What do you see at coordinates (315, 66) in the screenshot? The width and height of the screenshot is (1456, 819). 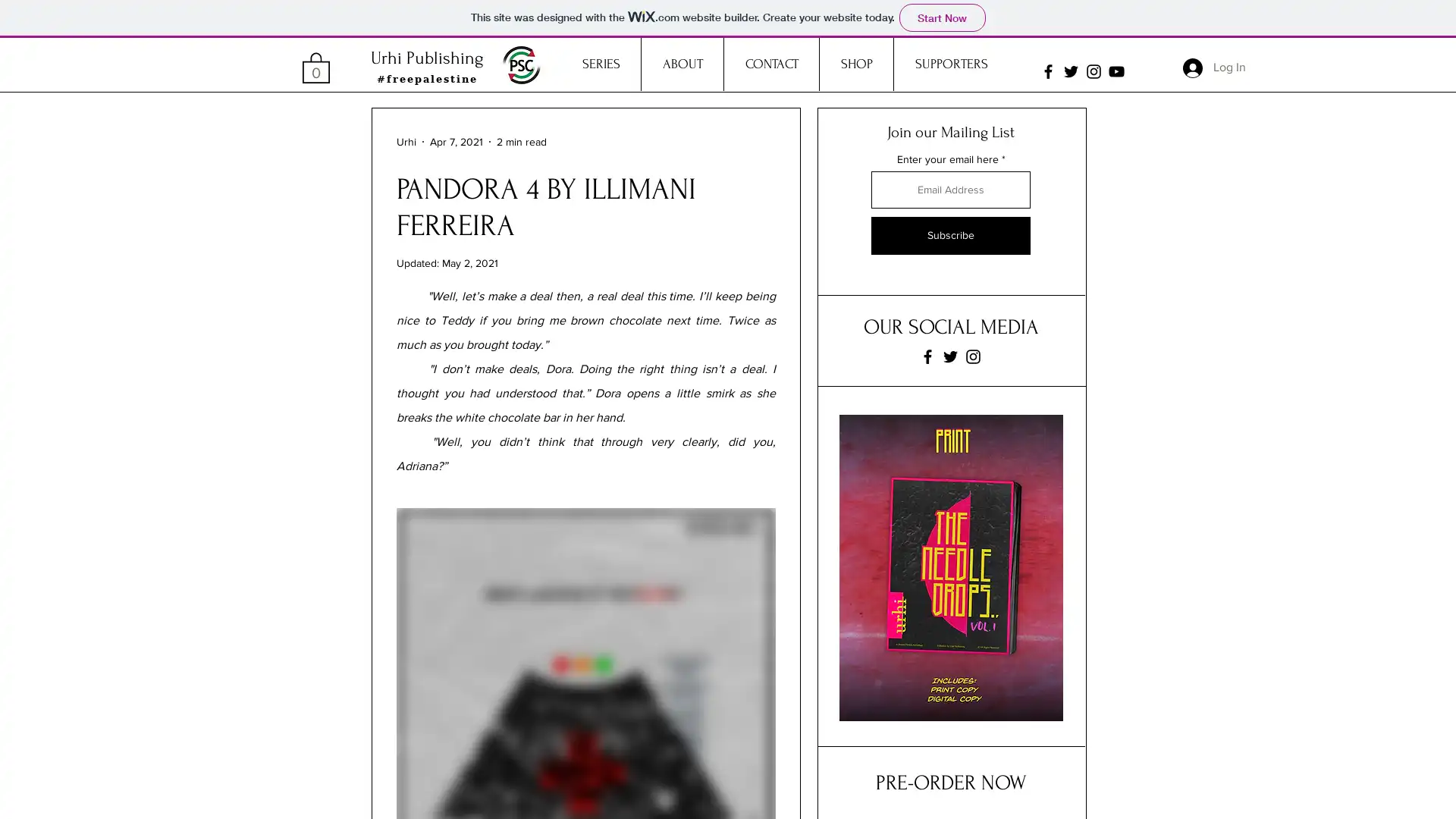 I see `Cart with 0 items` at bounding box center [315, 66].